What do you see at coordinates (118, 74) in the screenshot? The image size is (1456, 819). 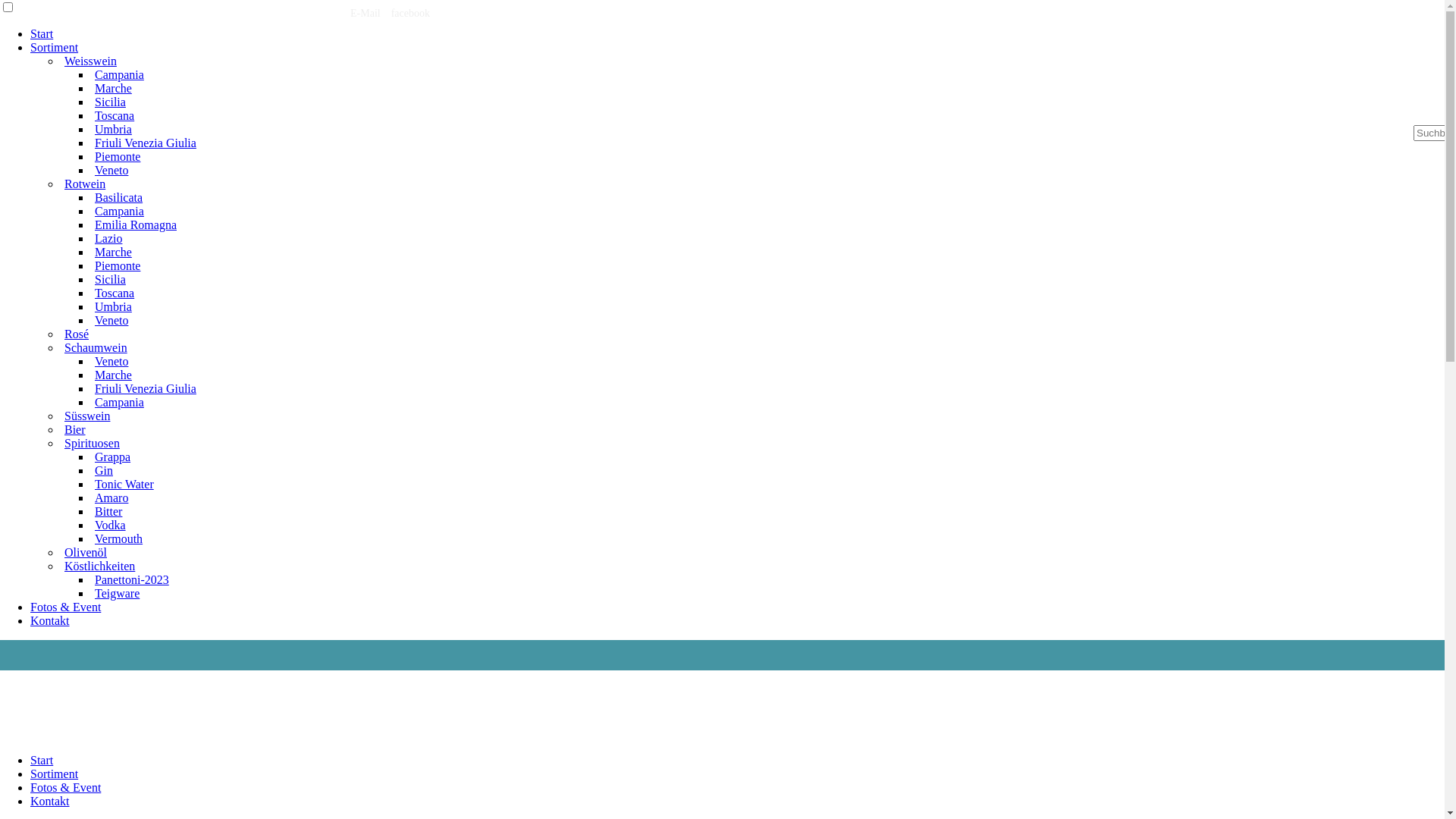 I see `'Campania'` at bounding box center [118, 74].